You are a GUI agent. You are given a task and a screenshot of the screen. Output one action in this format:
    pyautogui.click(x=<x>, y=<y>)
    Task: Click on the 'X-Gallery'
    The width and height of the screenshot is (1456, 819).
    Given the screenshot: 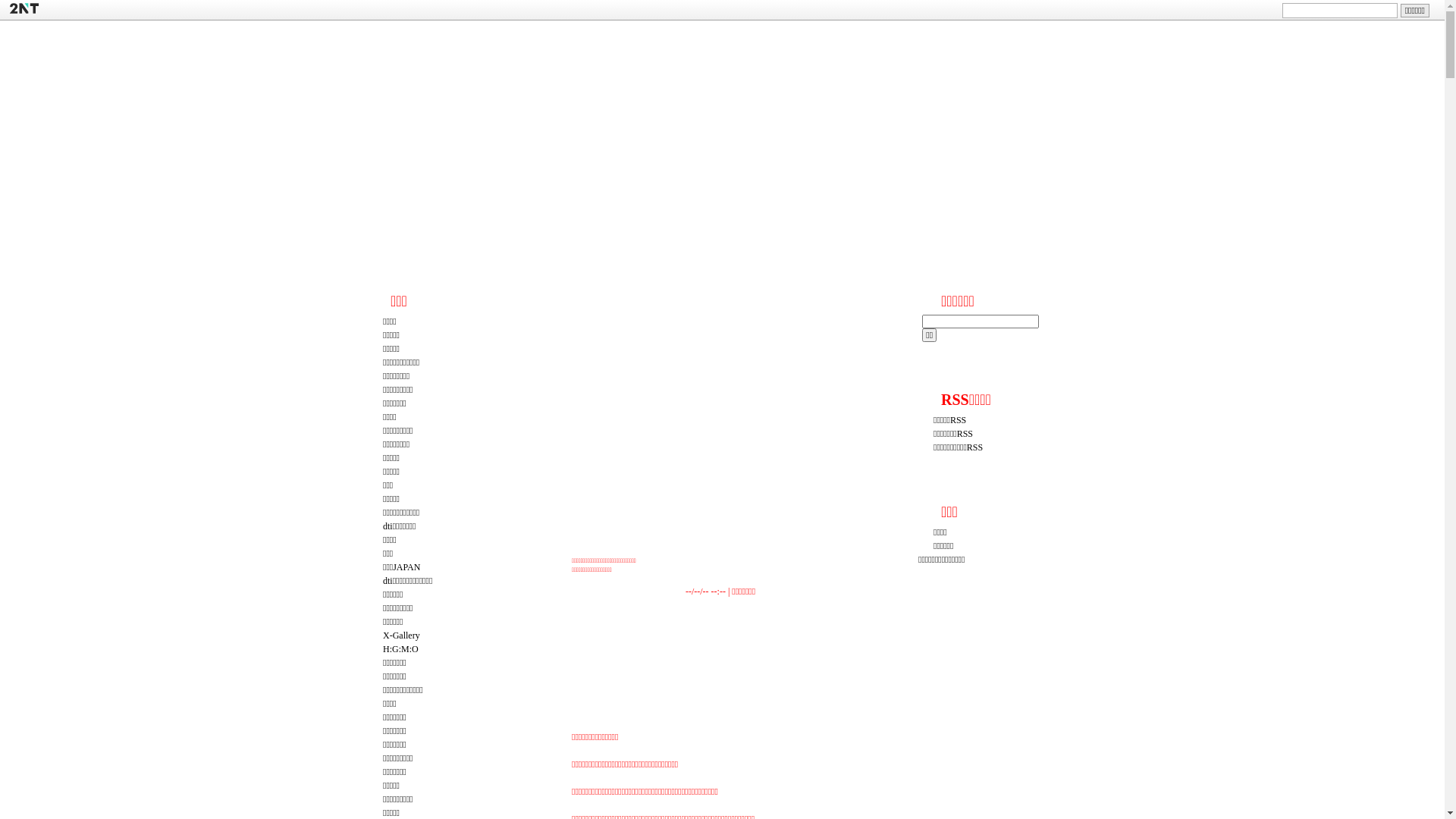 What is the action you would take?
    pyautogui.click(x=401, y=635)
    